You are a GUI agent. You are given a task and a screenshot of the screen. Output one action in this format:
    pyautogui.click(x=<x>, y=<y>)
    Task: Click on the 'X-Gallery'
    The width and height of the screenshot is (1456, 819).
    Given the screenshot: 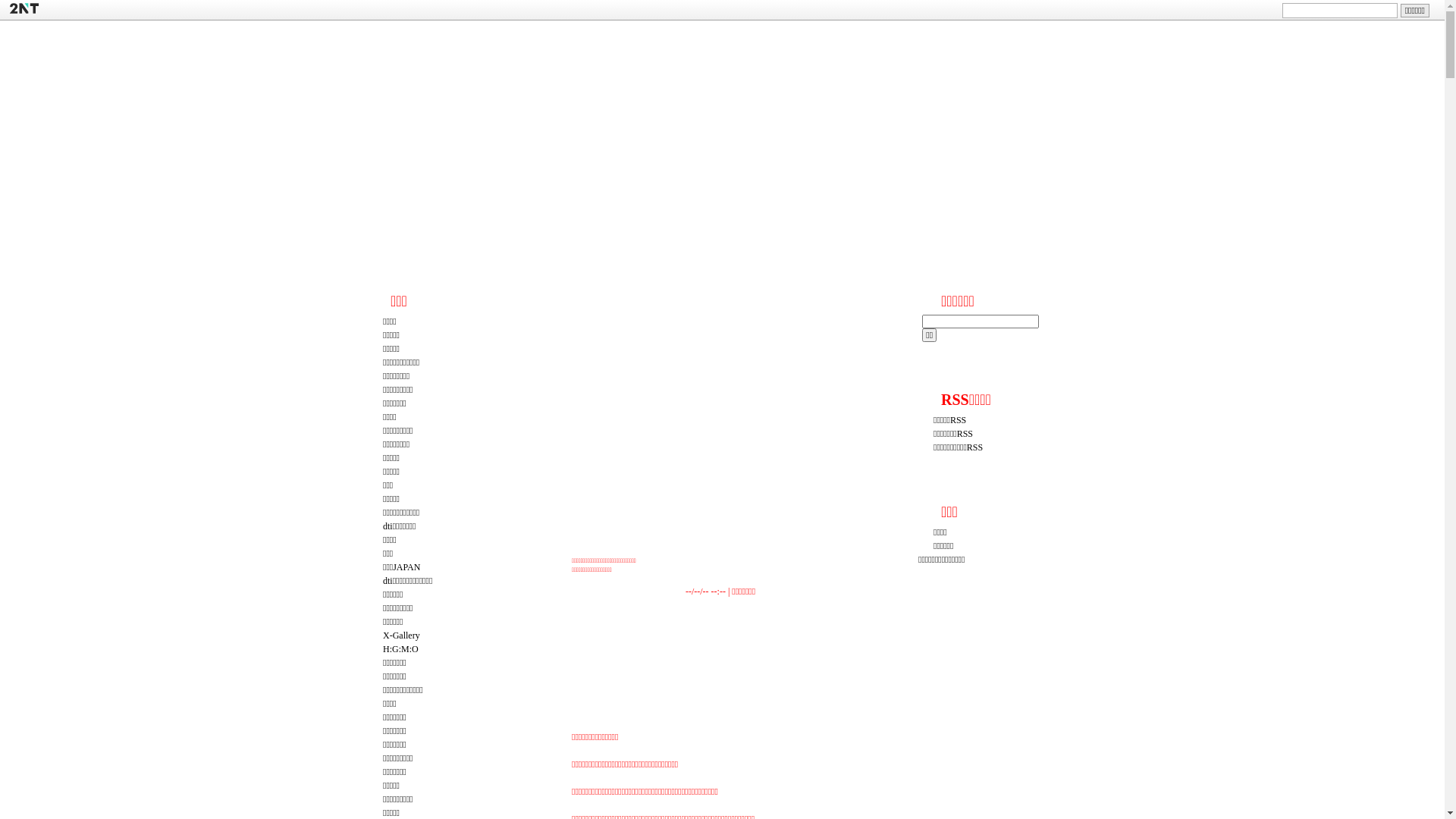 What is the action you would take?
    pyautogui.click(x=401, y=635)
    